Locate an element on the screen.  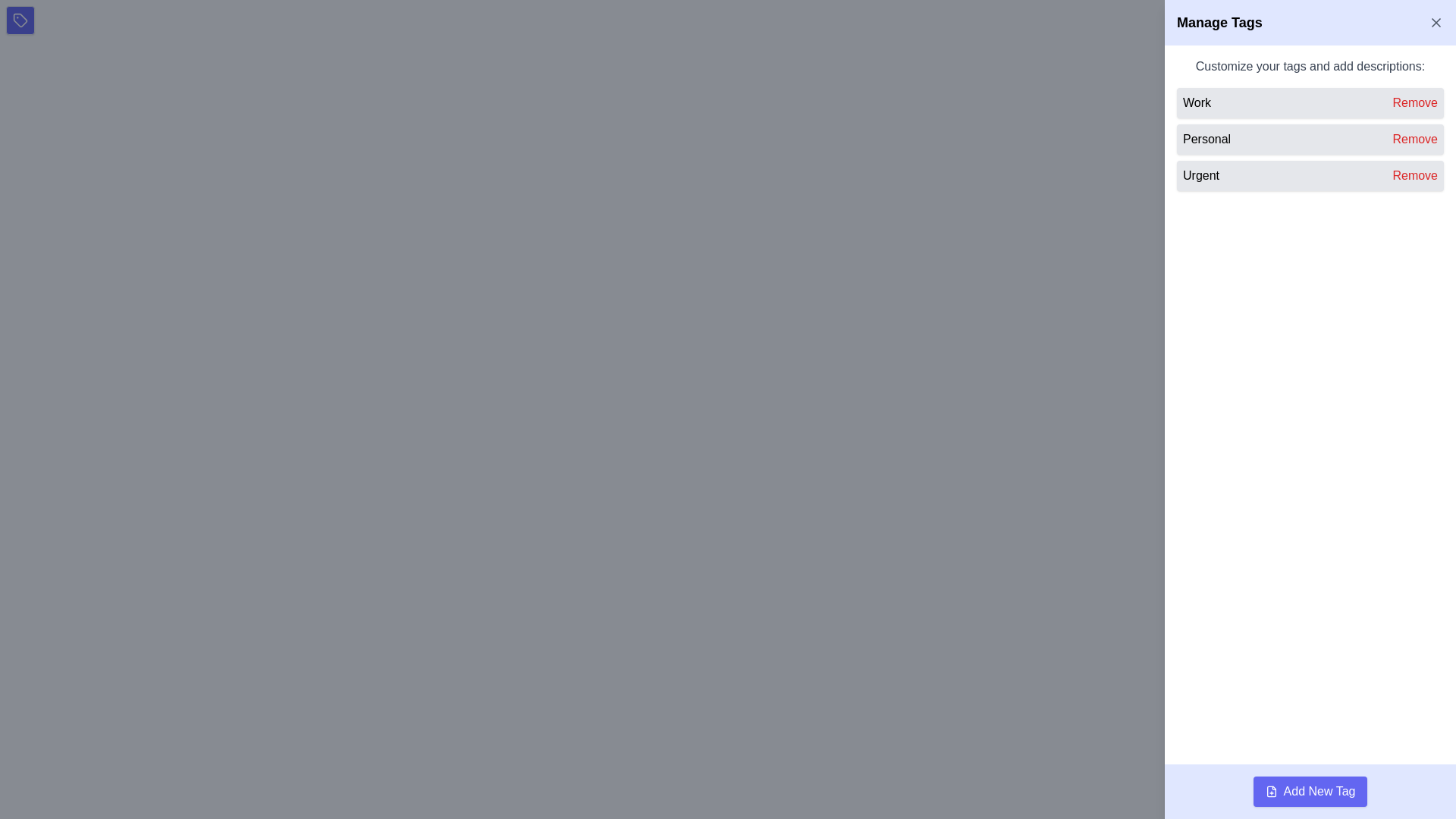
the circular 'X' button located in the top-right corner of the 'Manage Tags' panel is located at coordinates (1436, 23).